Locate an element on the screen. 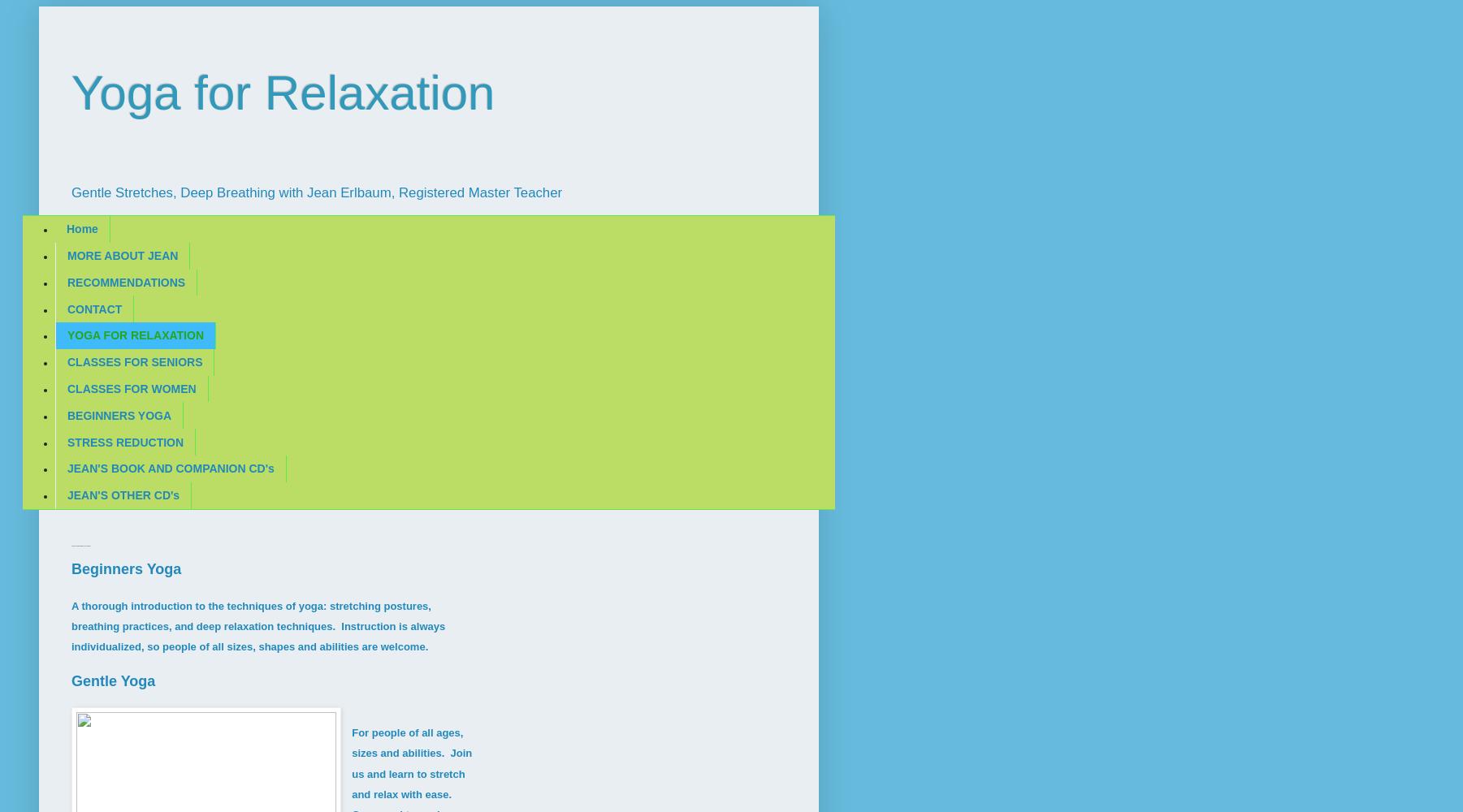  'RECOMMENDATIONS' is located at coordinates (126, 281).